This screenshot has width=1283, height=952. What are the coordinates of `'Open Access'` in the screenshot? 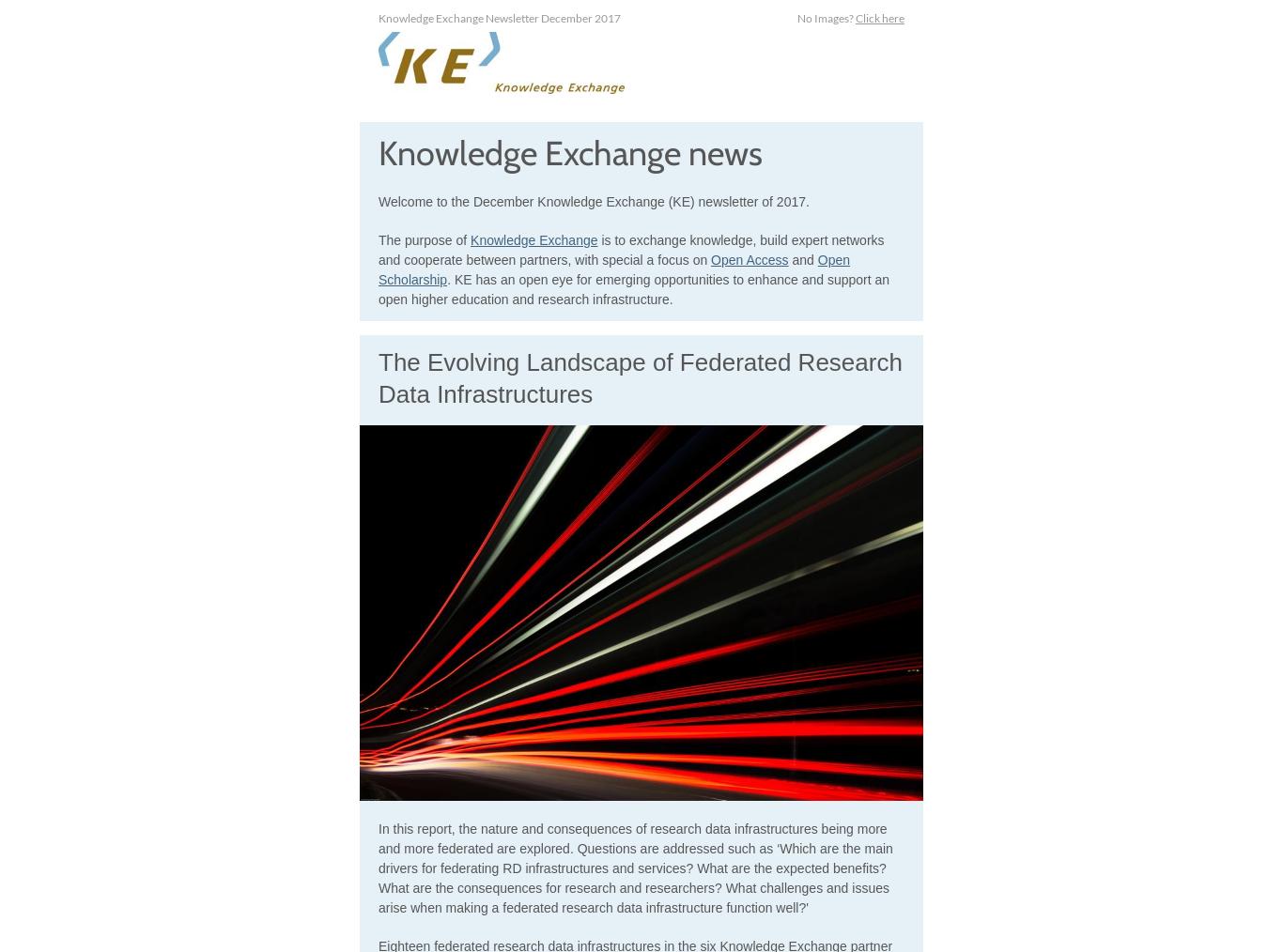 It's located at (749, 260).